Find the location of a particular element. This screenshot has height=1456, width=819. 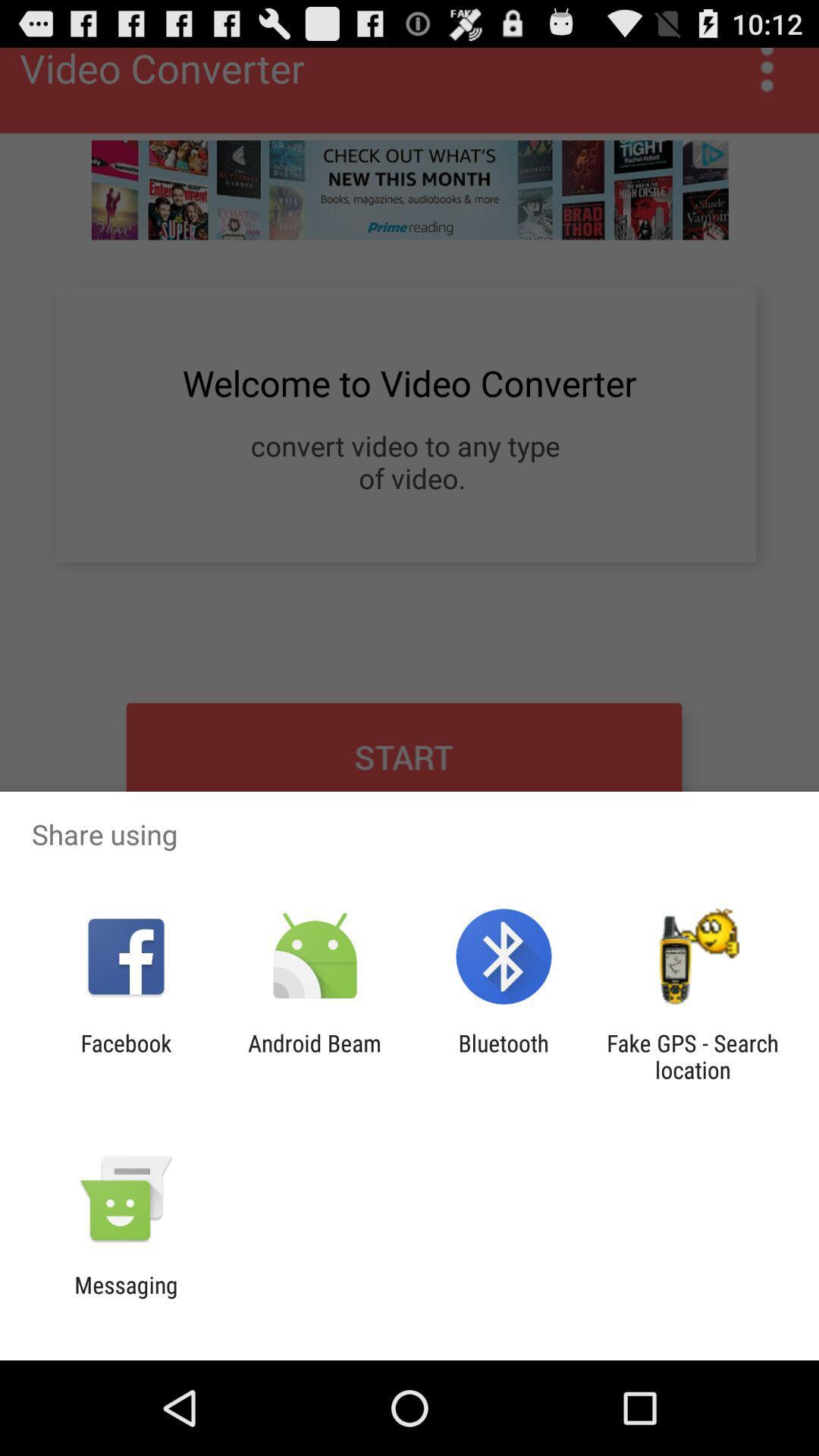

fake gps search app is located at coordinates (692, 1056).